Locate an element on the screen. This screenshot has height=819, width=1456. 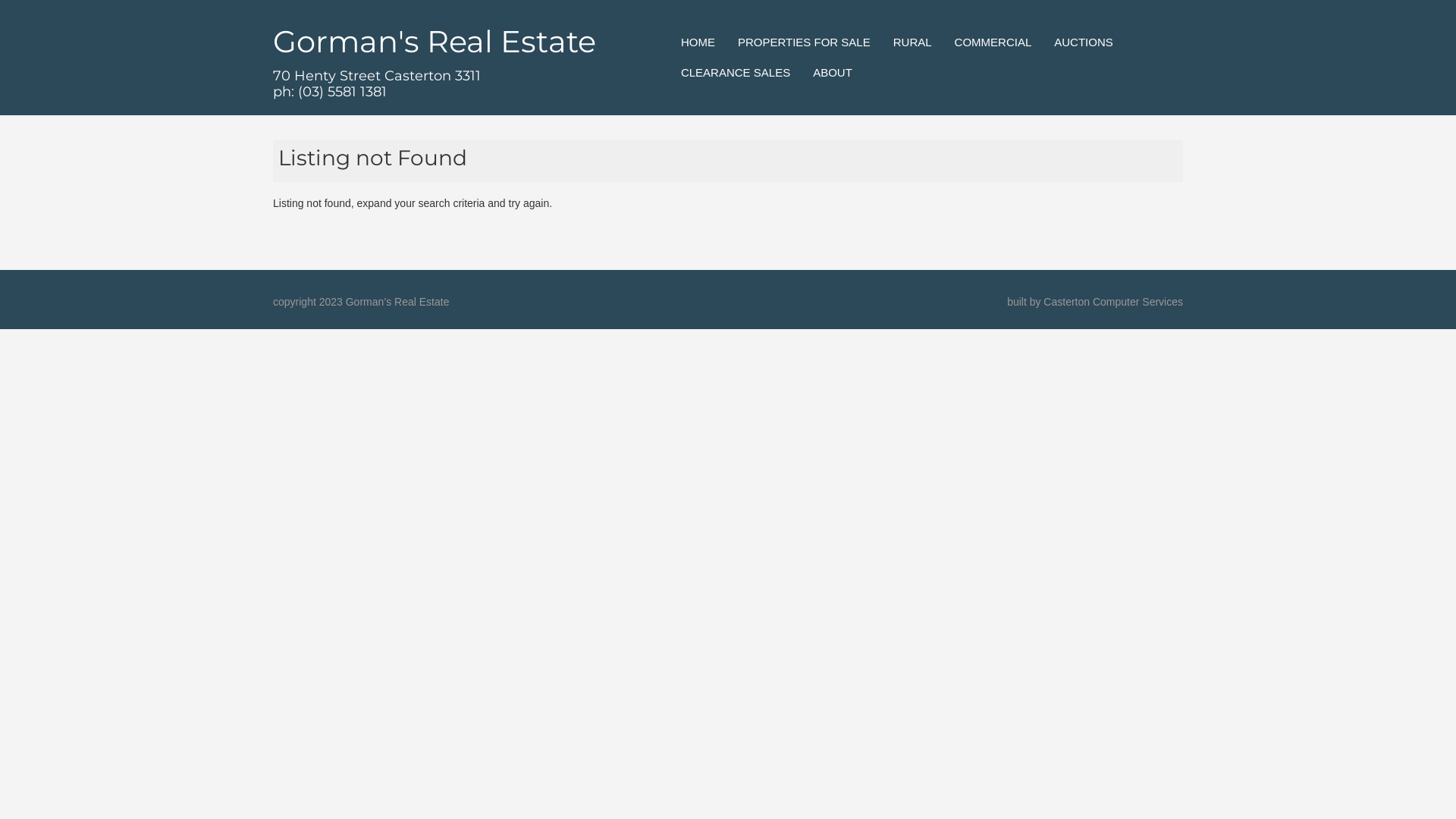
'RURAL' is located at coordinates (912, 42).